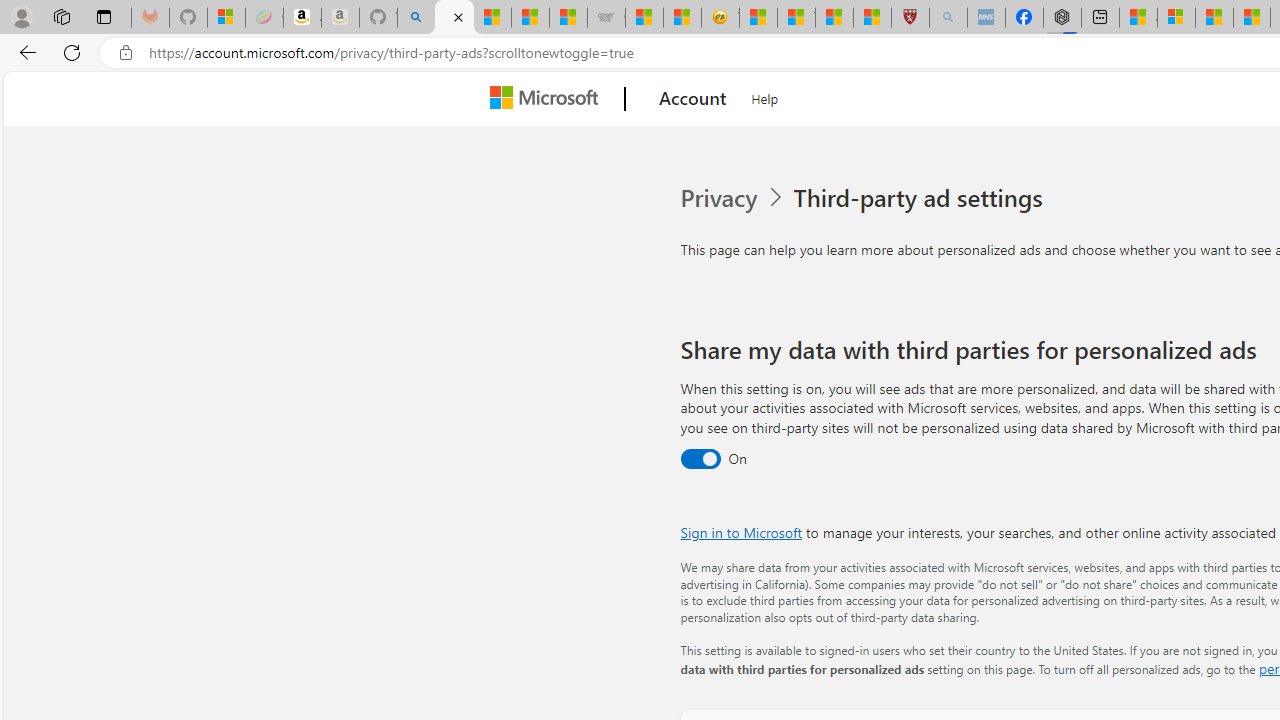 The image size is (1280, 720). I want to click on 'Science - MSN', so click(833, 17).